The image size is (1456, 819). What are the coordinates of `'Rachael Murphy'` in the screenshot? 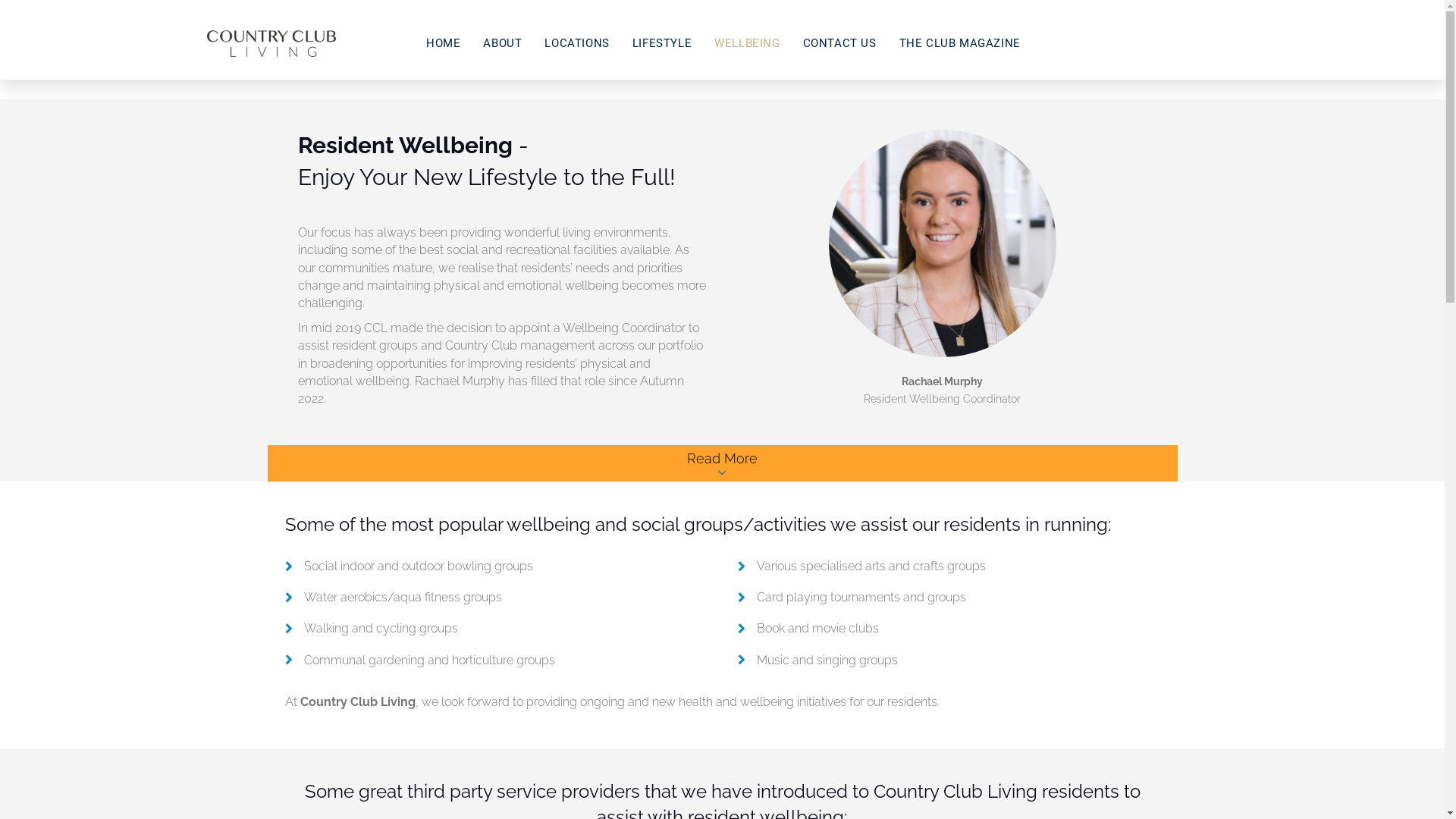 It's located at (941, 242).